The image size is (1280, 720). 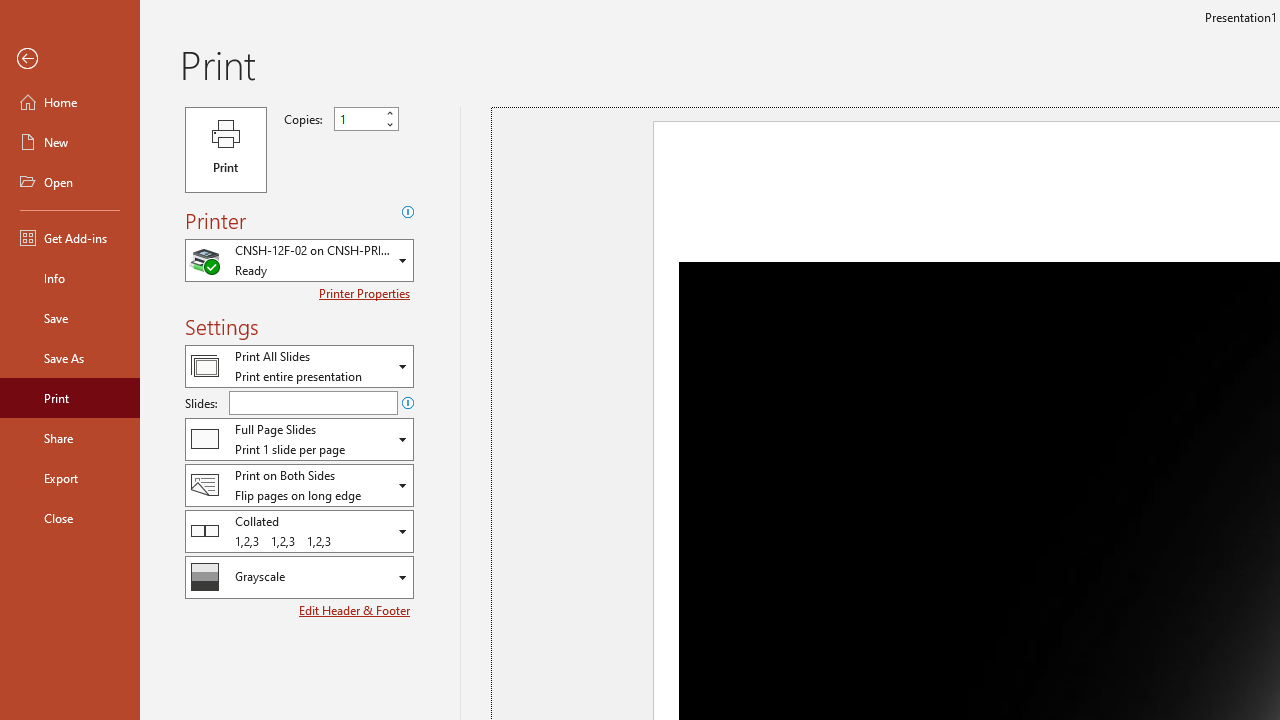 What do you see at coordinates (298, 259) in the screenshot?
I see `'Which Printer'` at bounding box center [298, 259].